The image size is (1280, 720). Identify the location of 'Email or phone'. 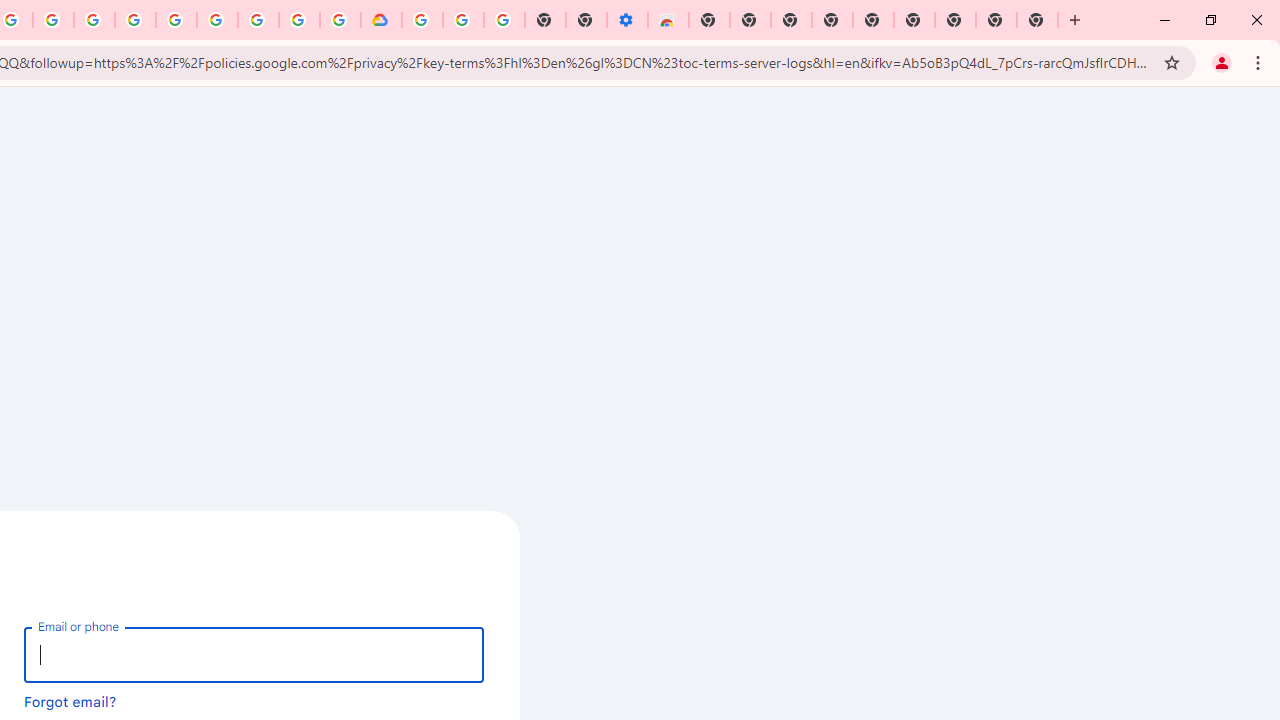
(253, 654).